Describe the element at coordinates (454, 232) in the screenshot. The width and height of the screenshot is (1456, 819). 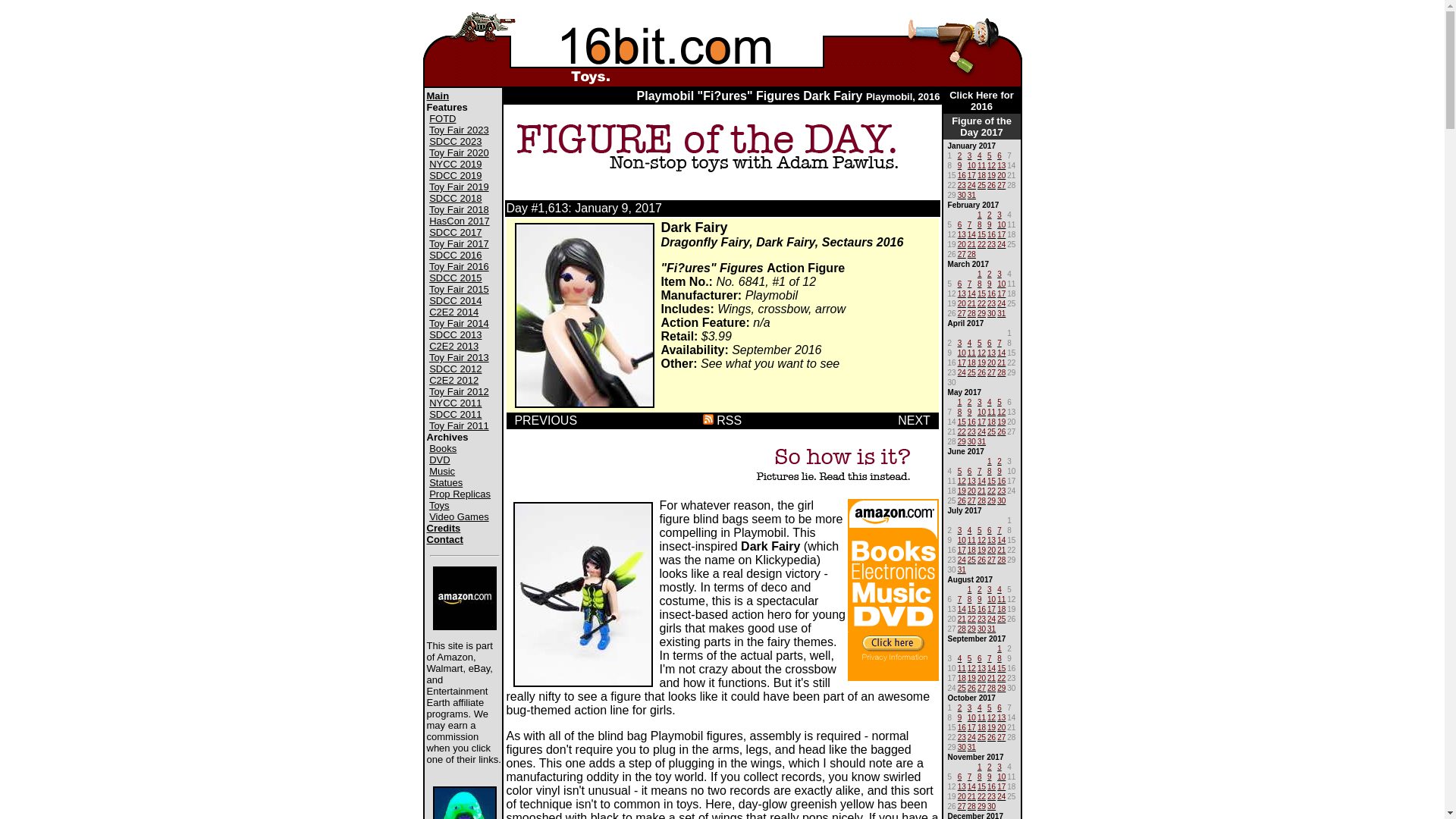
I see `'SDCC 2017'` at that location.